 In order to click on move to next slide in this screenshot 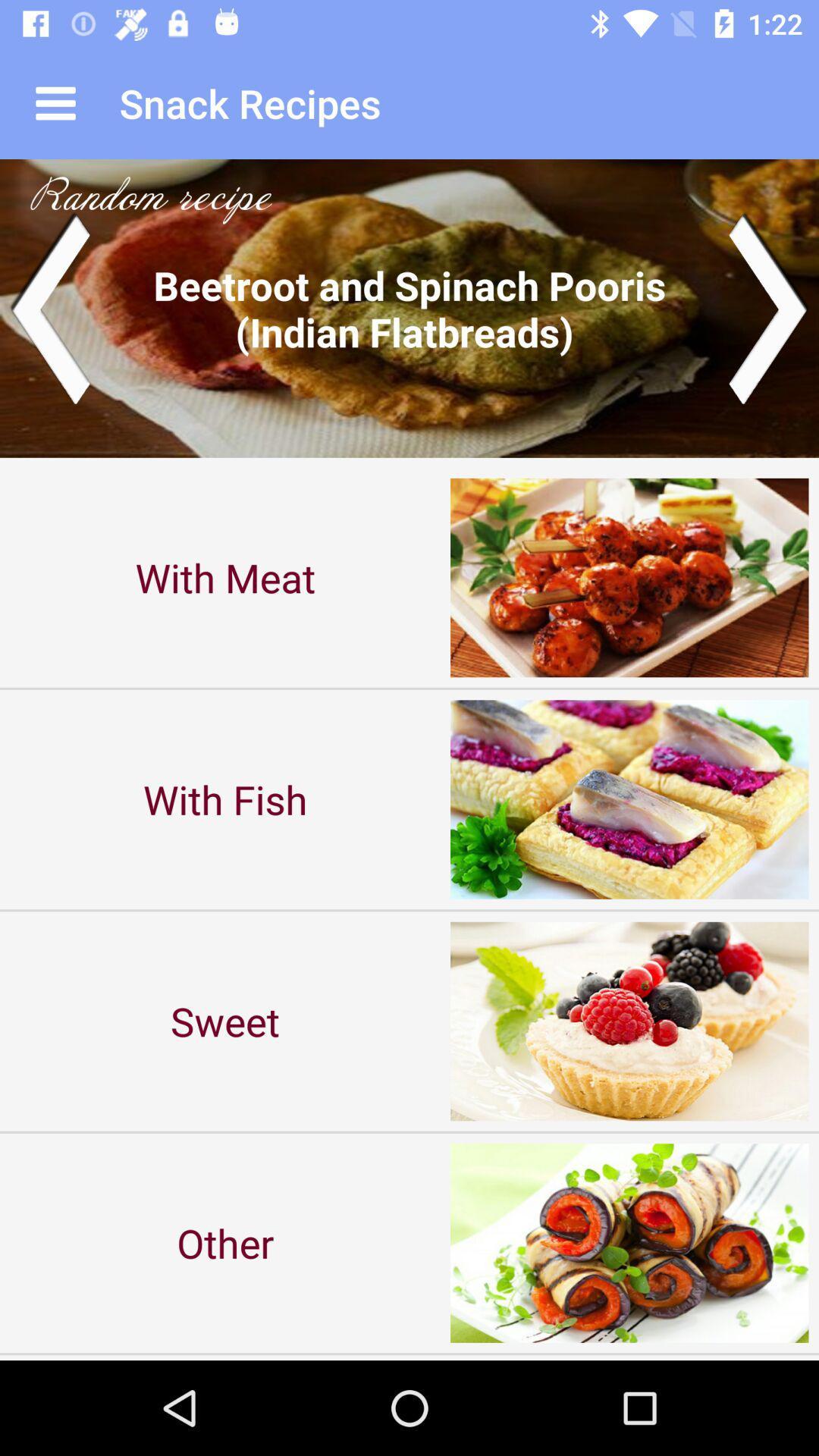, I will do `click(769, 307)`.